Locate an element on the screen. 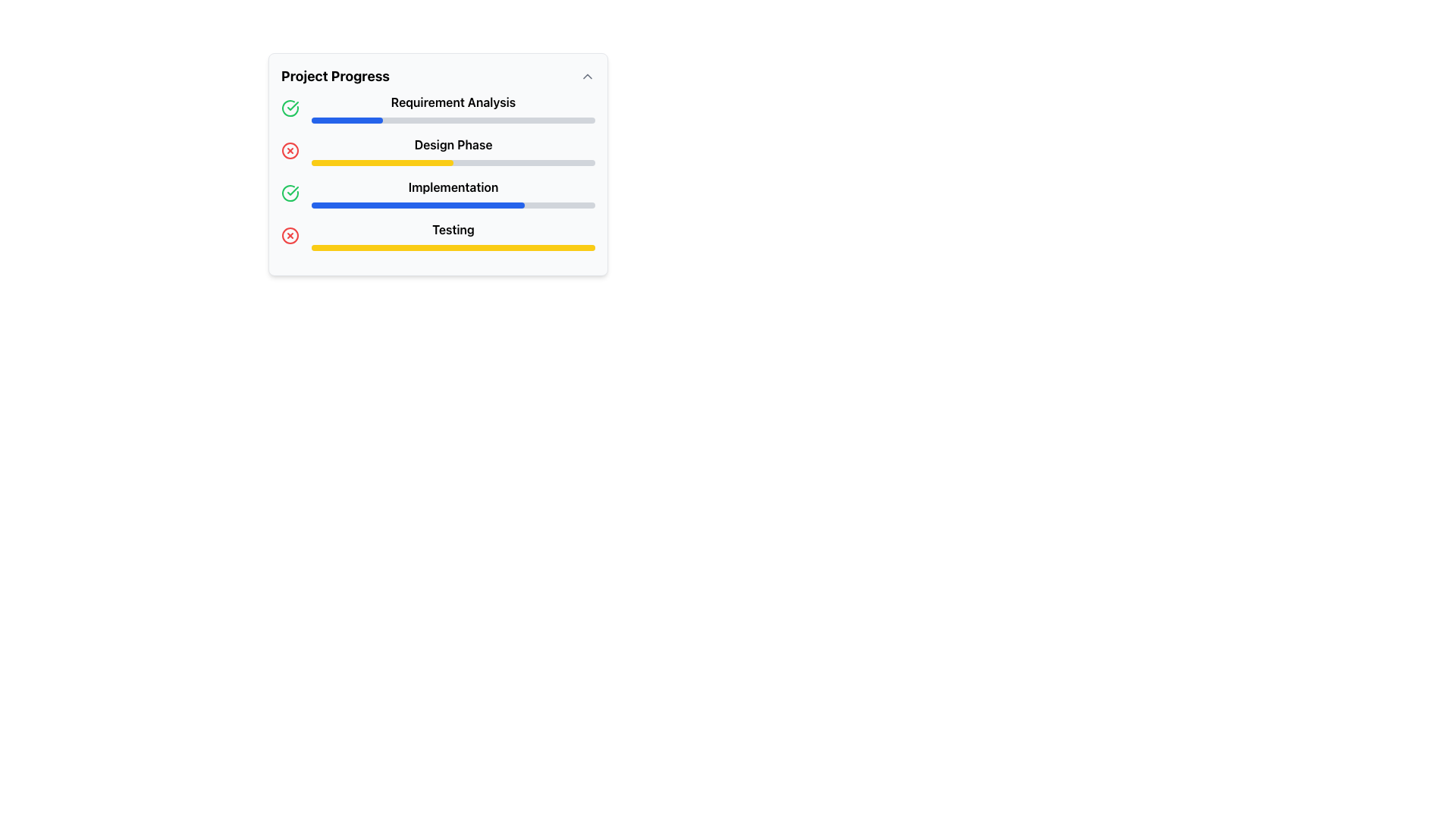  the Progress bar with text label that indicates the status of the Implementation phase in the Project Progress section is located at coordinates (453, 192).